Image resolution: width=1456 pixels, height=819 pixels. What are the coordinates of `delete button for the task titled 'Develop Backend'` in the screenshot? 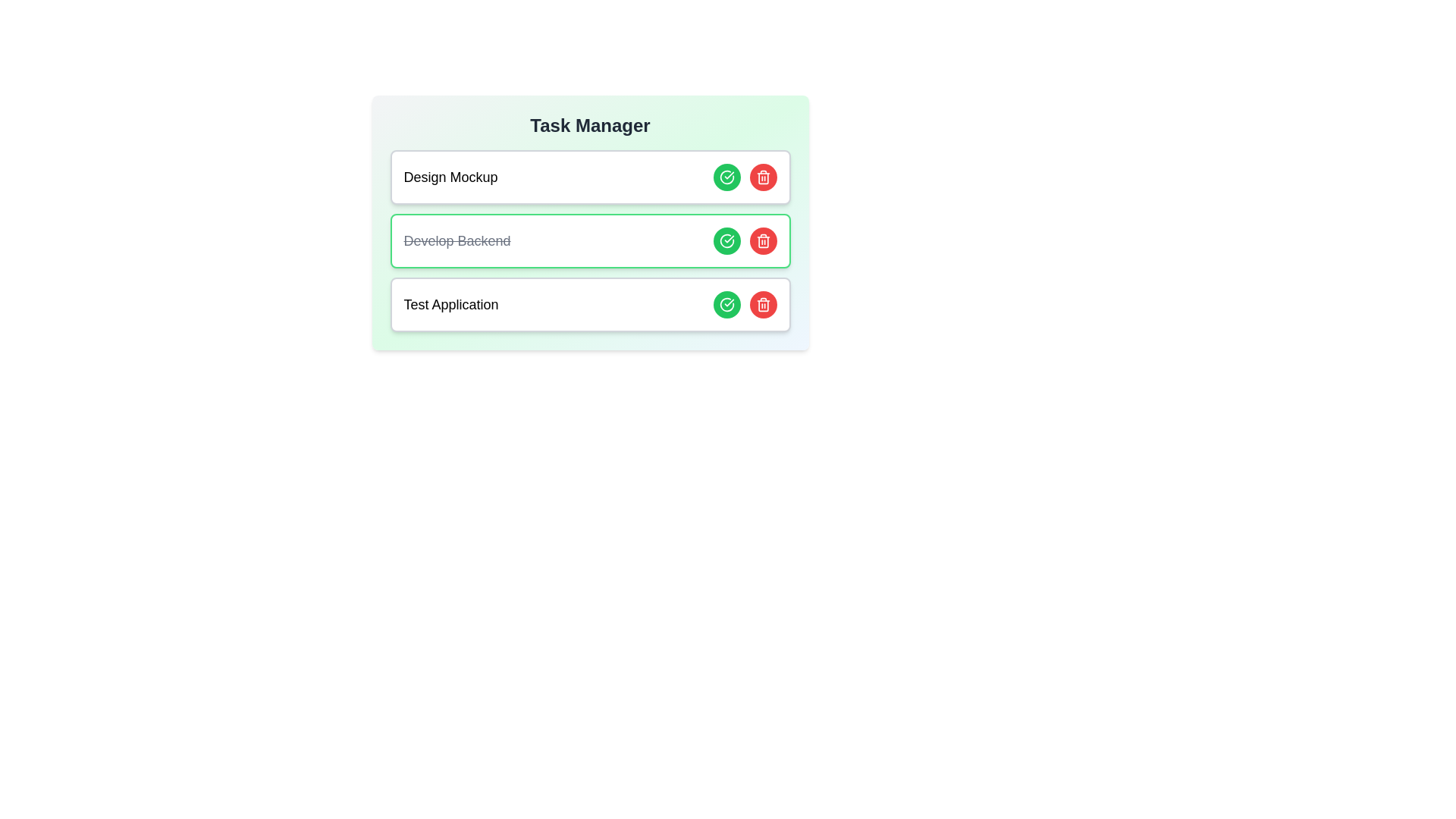 It's located at (763, 240).